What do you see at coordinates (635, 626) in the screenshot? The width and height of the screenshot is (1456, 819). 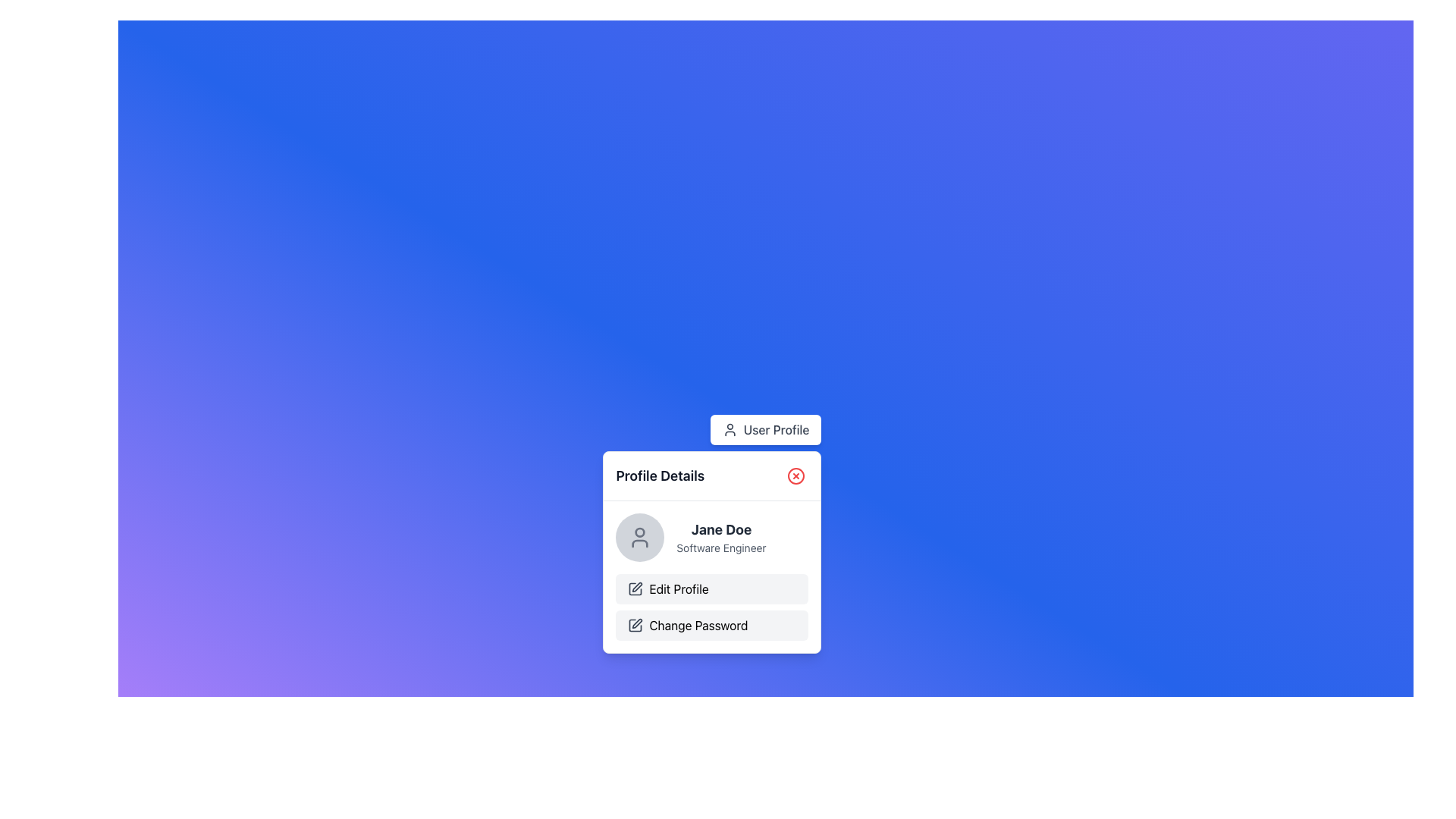 I see `the leftmost icon in the 'Change Password' button, which visually represents the possibility of editing or modifying information` at bounding box center [635, 626].